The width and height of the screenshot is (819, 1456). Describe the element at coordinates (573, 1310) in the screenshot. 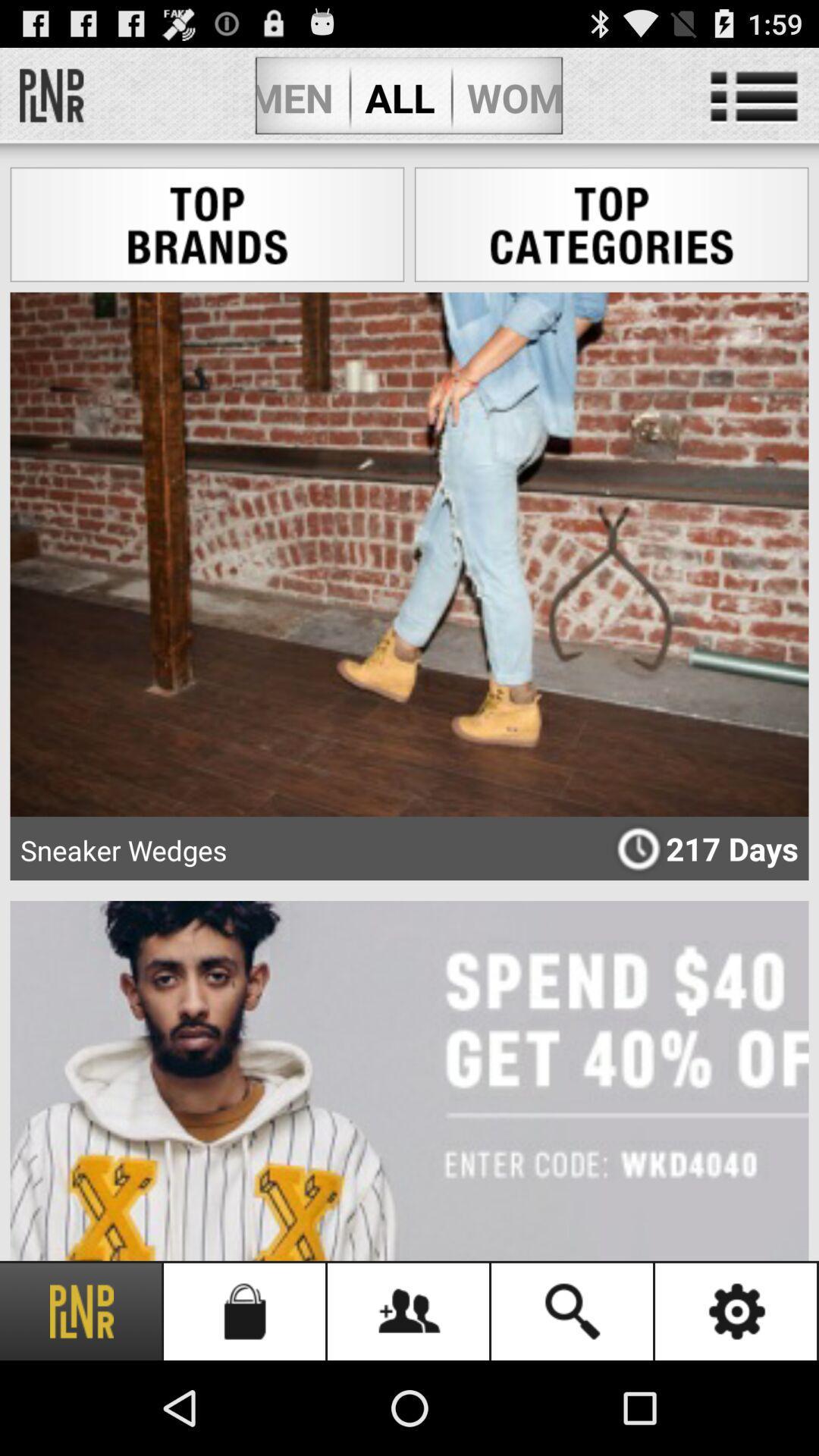

I see `the icon next to setting icon` at that location.